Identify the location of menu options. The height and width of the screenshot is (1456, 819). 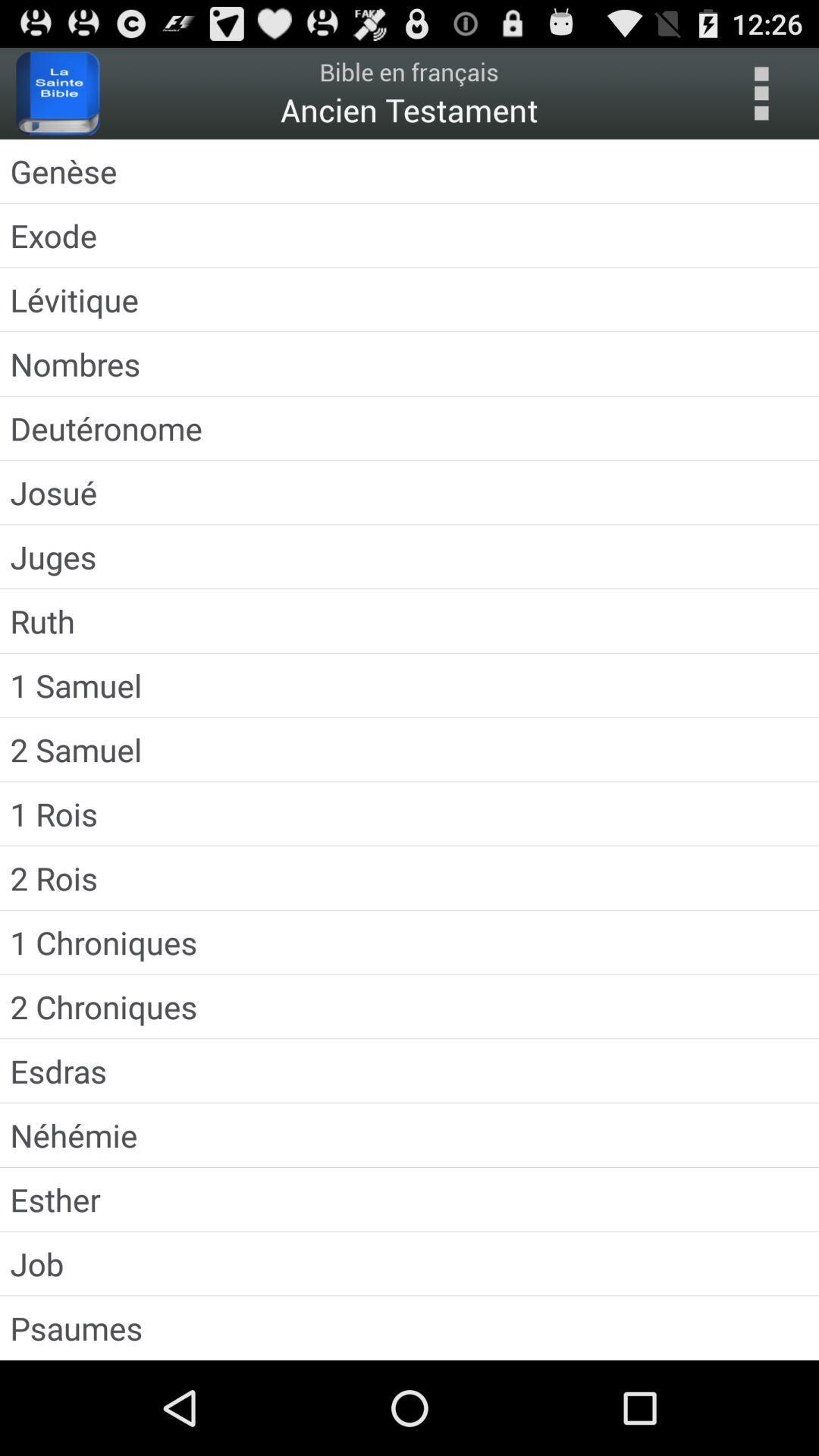
(761, 93).